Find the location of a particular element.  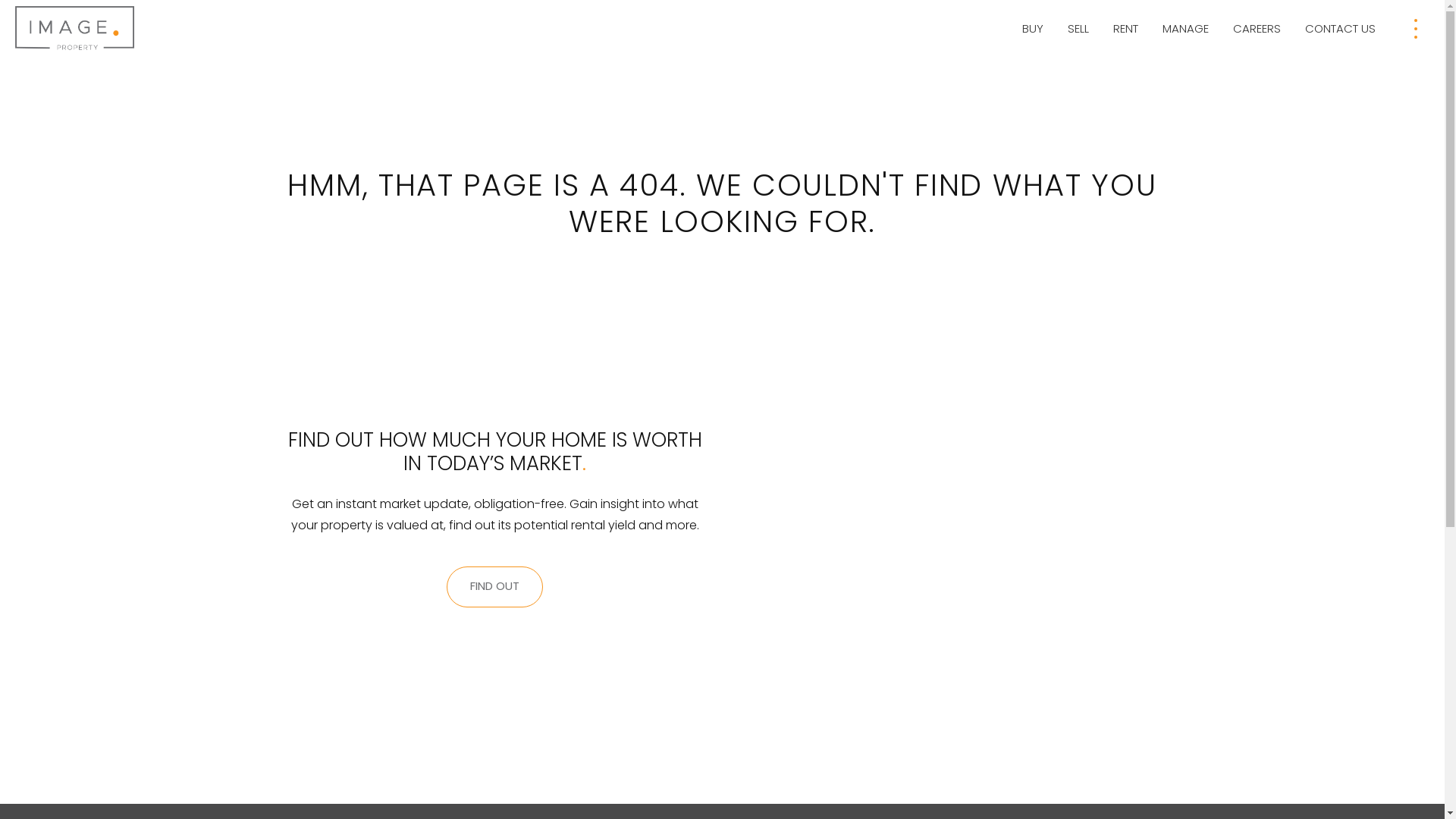

'SELL' is located at coordinates (1077, 29).